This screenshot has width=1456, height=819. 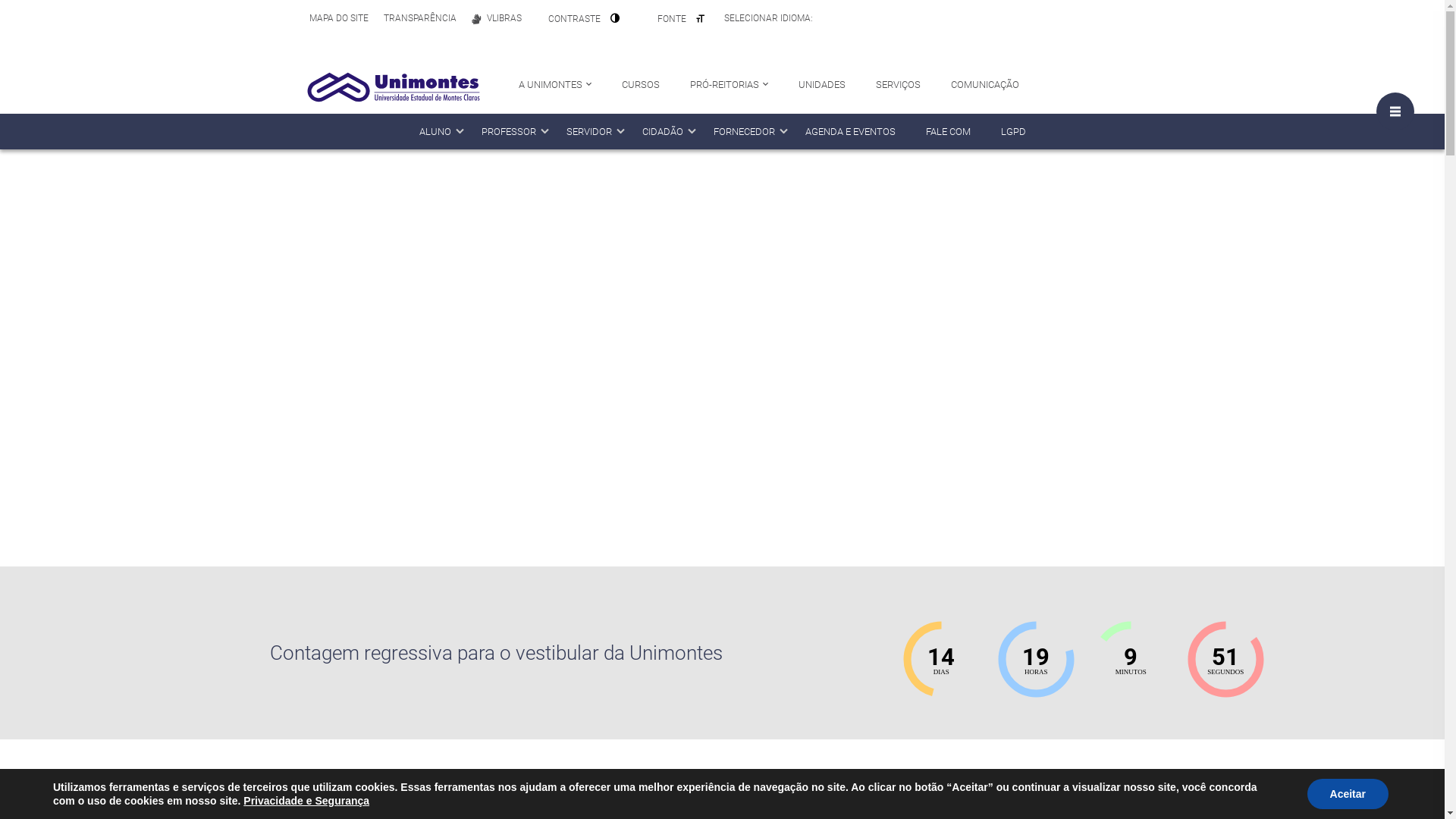 What do you see at coordinates (743, 130) in the screenshot?
I see `'FORNECEDOR'` at bounding box center [743, 130].